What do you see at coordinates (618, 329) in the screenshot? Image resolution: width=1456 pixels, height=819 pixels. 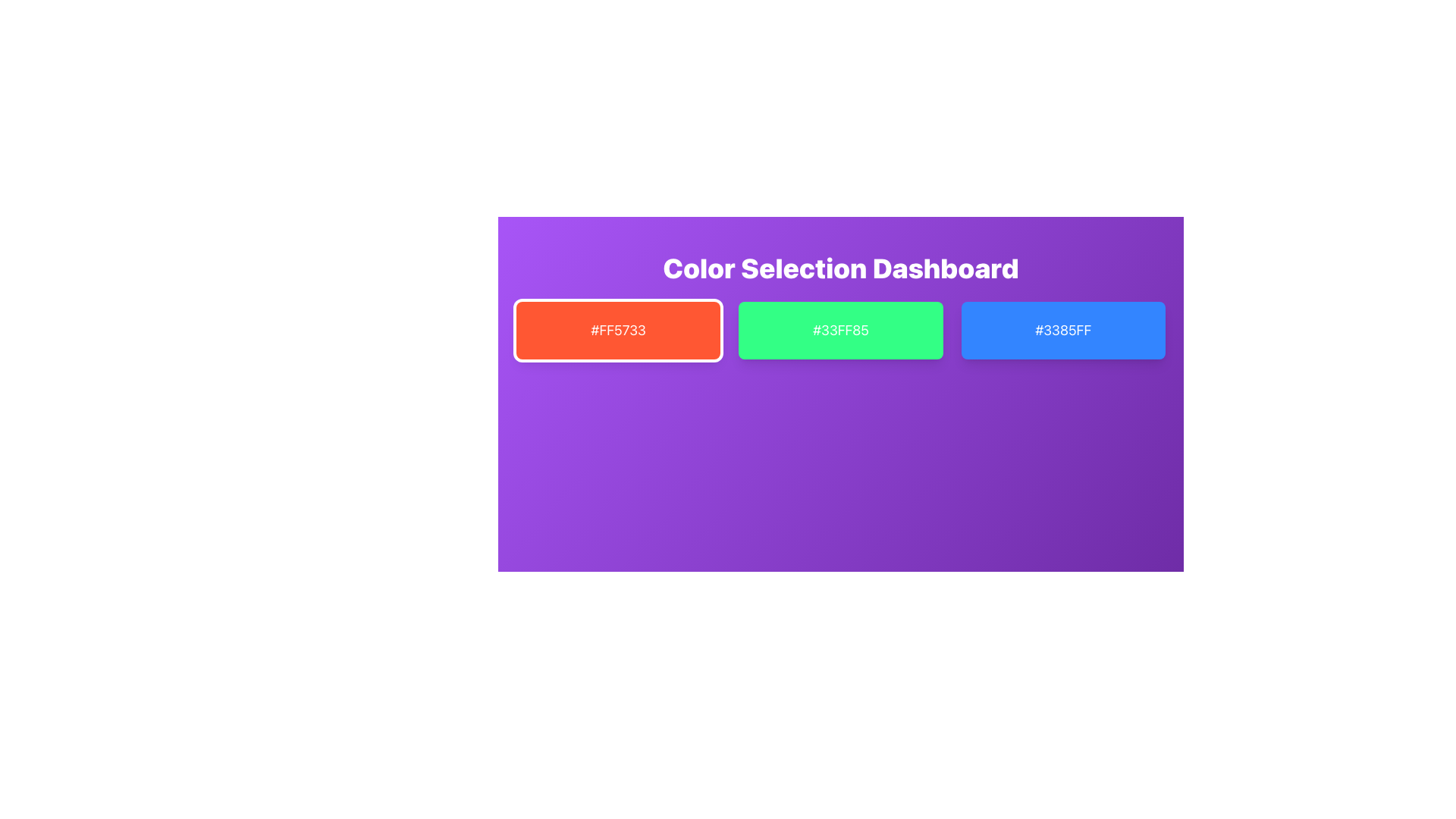 I see `the text displaying the color code '#FF5733' which is styled with a white font against a vibrant red background, located in the first colored rectangle of the 'Color Selection Dashboard'` at bounding box center [618, 329].